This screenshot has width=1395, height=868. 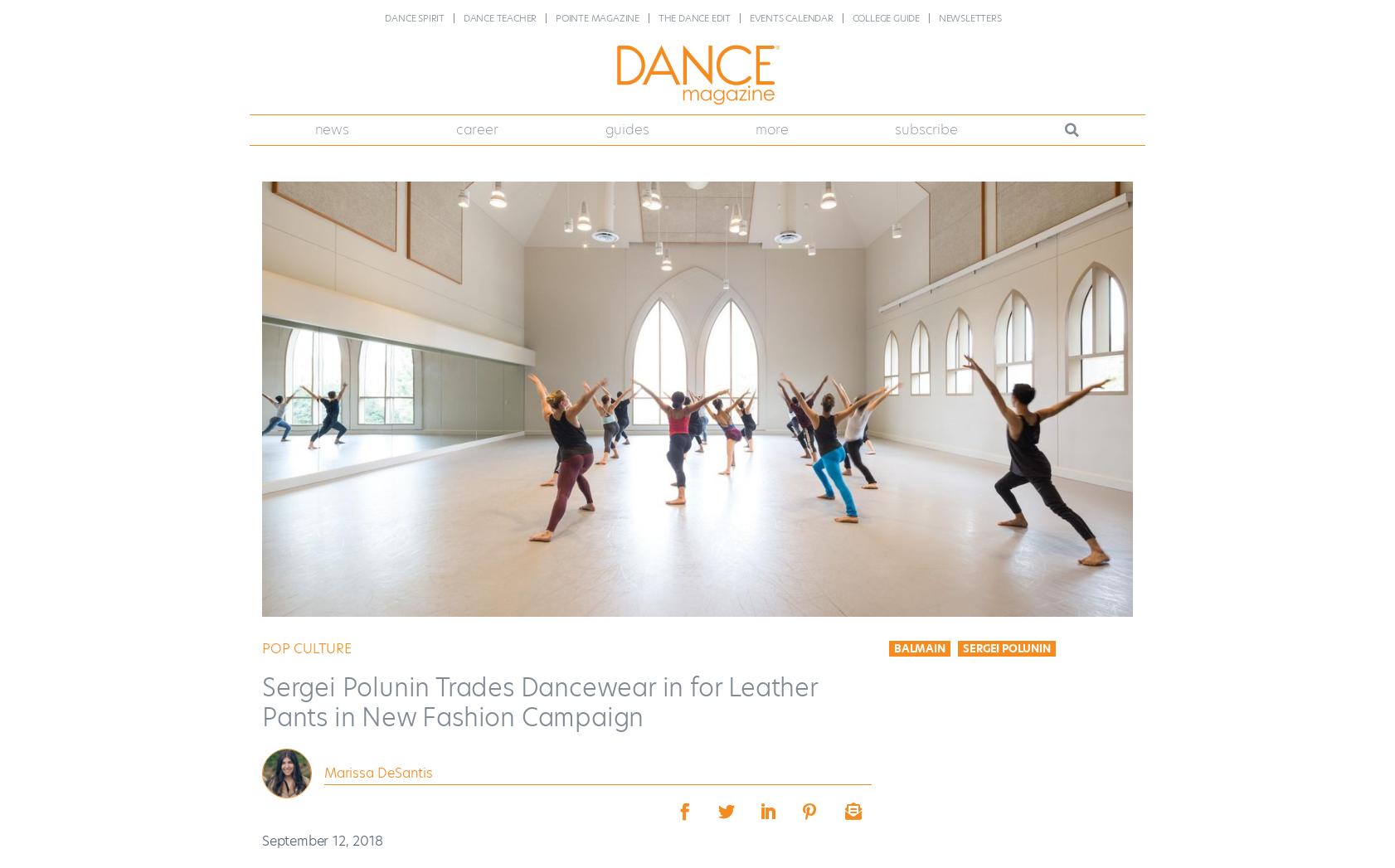 I want to click on 'Become a Subscriber', so click(x=888, y=167).